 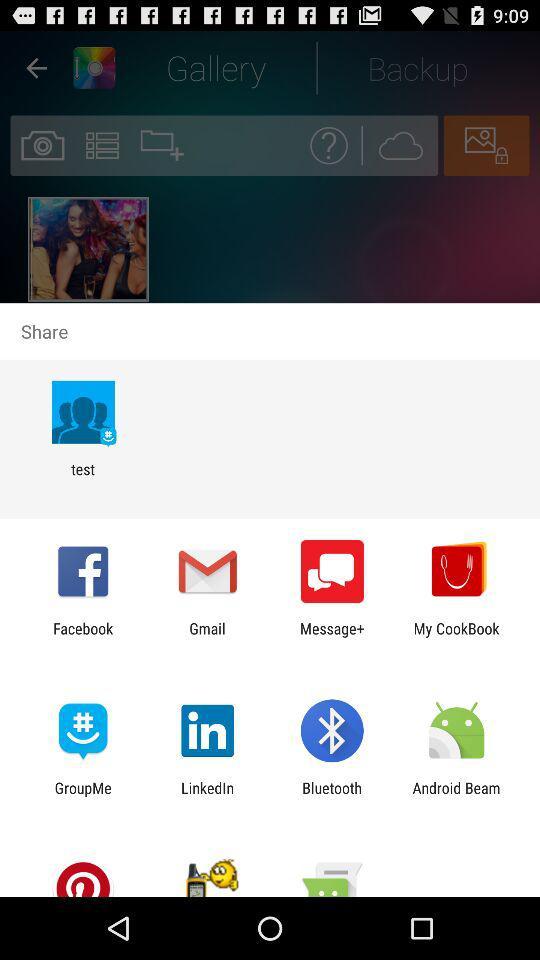 I want to click on item next to android beam item, so click(x=332, y=796).